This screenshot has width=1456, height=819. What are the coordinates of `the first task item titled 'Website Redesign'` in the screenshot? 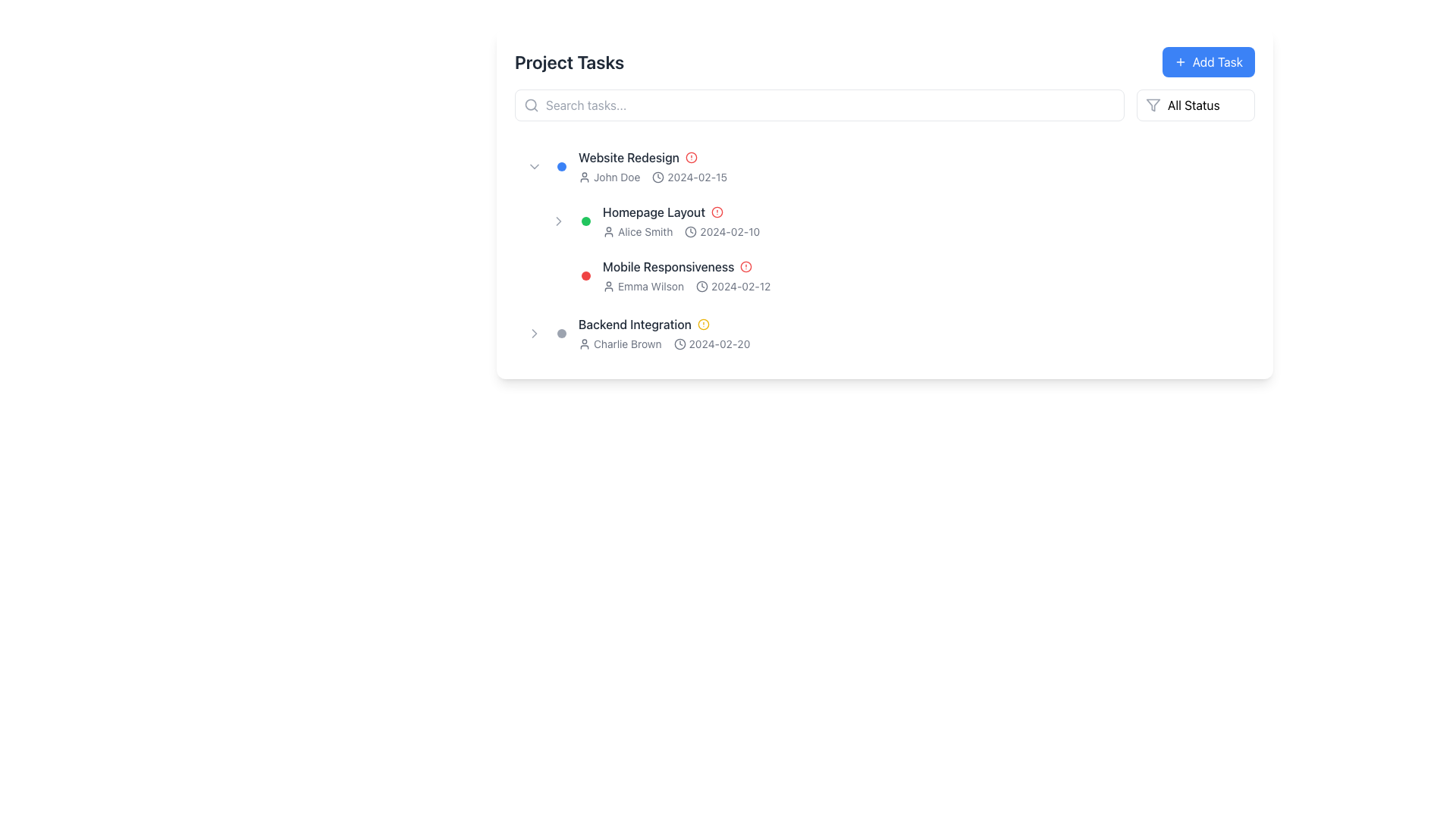 It's located at (884, 166).